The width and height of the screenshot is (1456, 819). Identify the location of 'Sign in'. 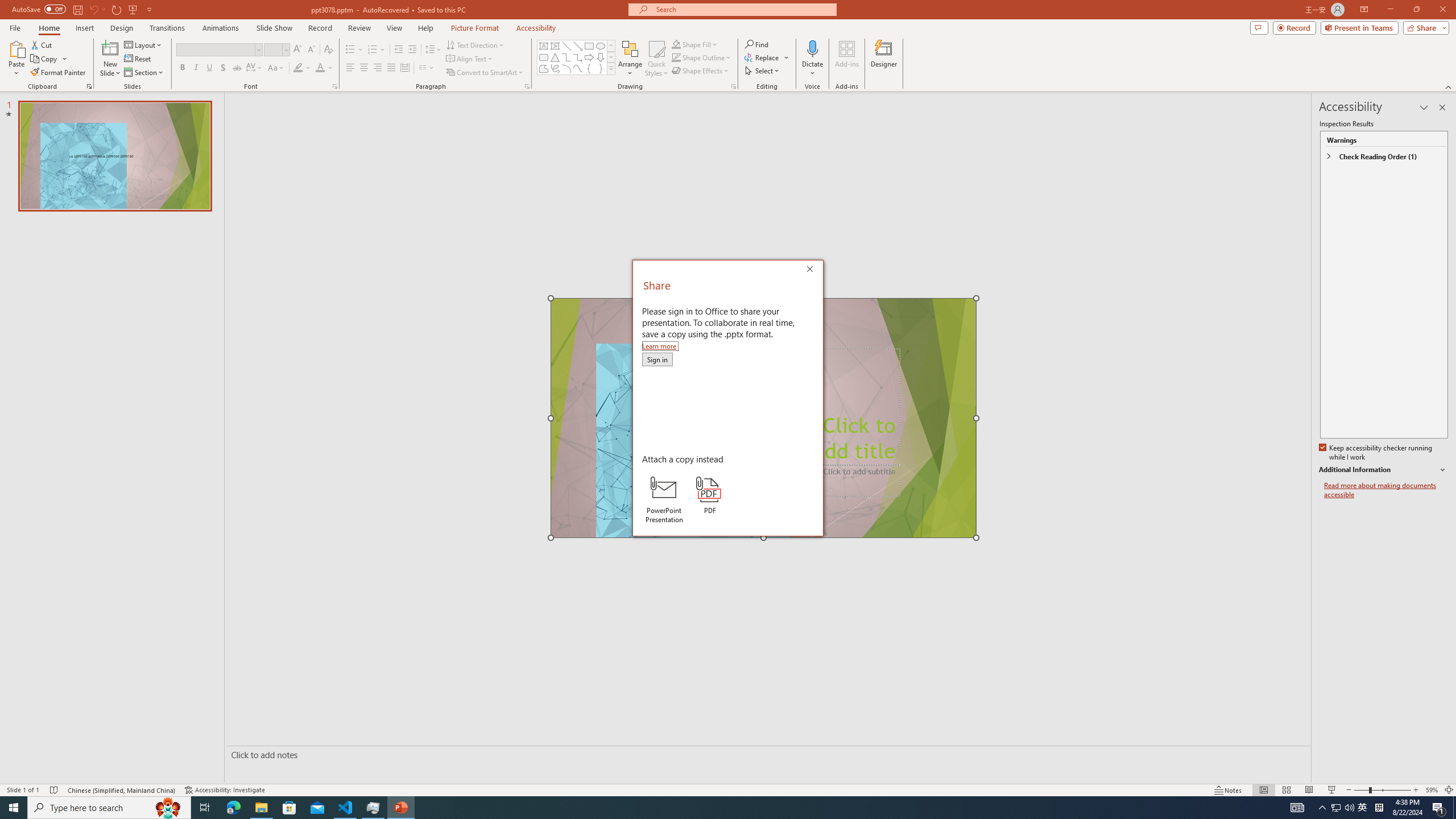
(656, 359).